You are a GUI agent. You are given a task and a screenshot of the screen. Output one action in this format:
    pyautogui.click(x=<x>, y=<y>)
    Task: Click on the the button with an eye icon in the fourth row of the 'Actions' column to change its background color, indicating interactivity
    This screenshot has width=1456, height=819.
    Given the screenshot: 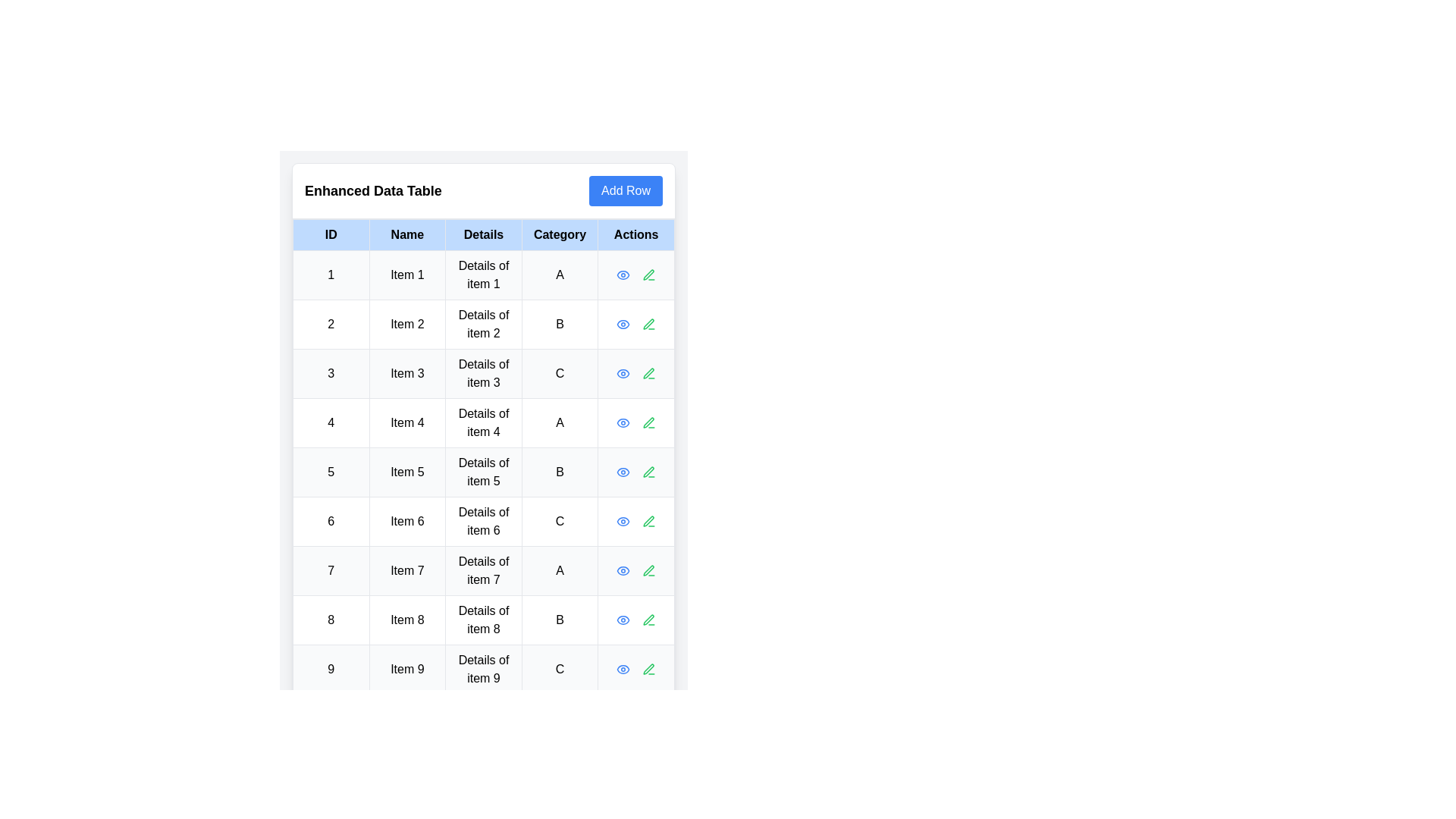 What is the action you would take?
    pyautogui.click(x=623, y=423)
    